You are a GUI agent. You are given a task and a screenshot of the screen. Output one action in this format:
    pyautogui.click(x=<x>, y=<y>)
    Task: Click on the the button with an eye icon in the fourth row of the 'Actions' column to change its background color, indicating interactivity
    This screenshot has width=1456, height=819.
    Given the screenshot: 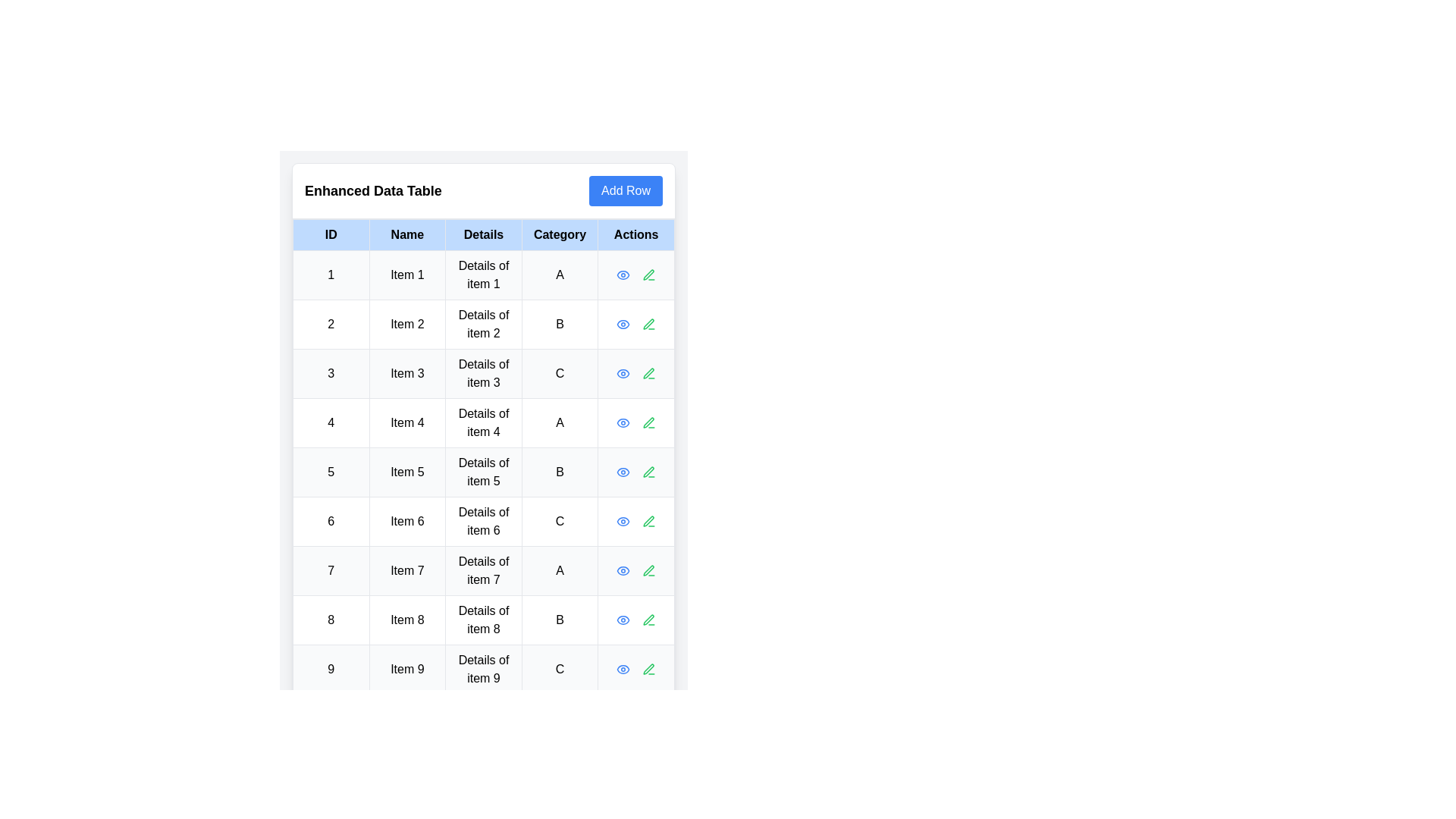 What is the action you would take?
    pyautogui.click(x=623, y=423)
    